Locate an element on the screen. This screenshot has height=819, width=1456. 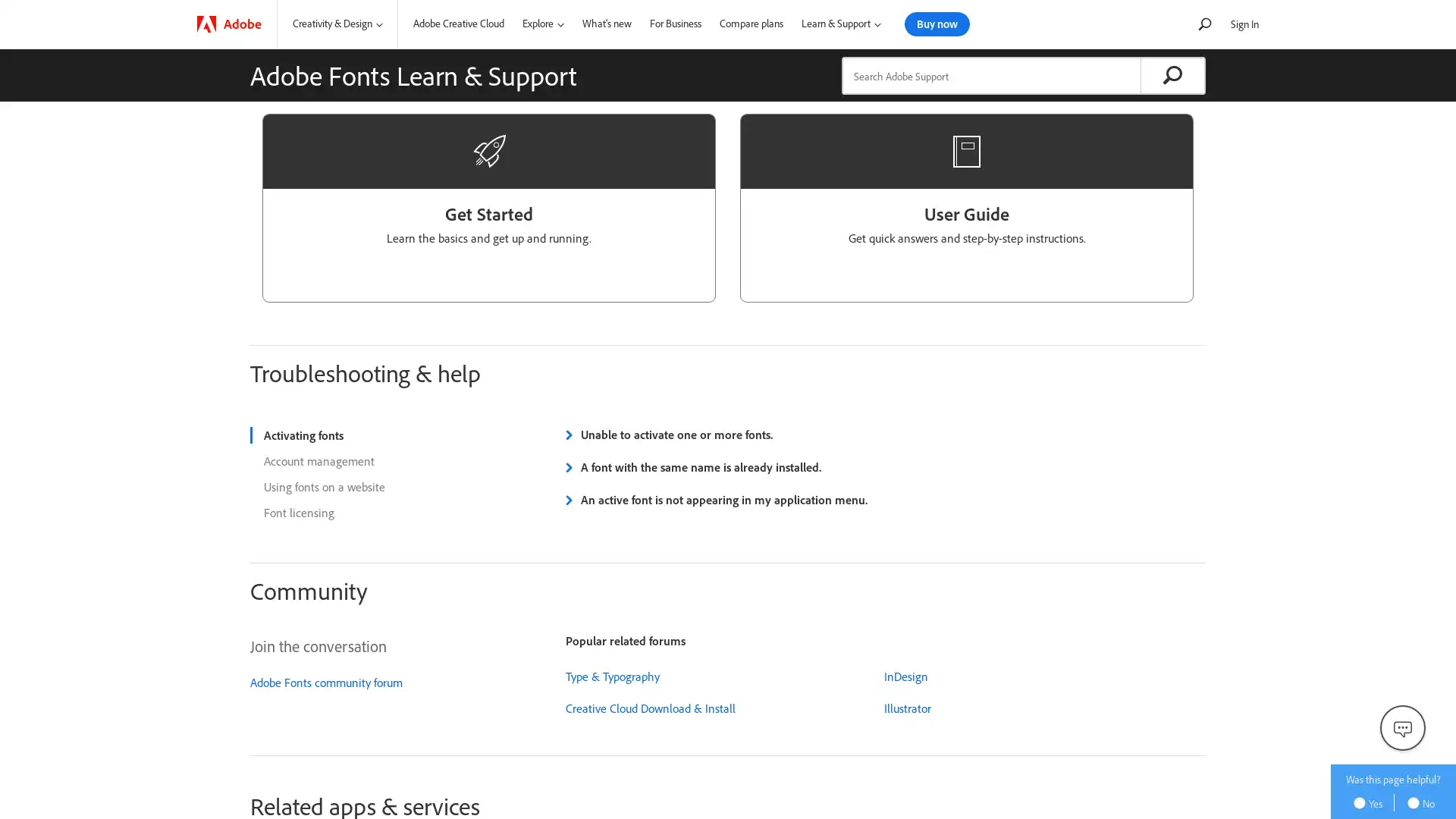
Activating fonts is located at coordinates (378, 435).